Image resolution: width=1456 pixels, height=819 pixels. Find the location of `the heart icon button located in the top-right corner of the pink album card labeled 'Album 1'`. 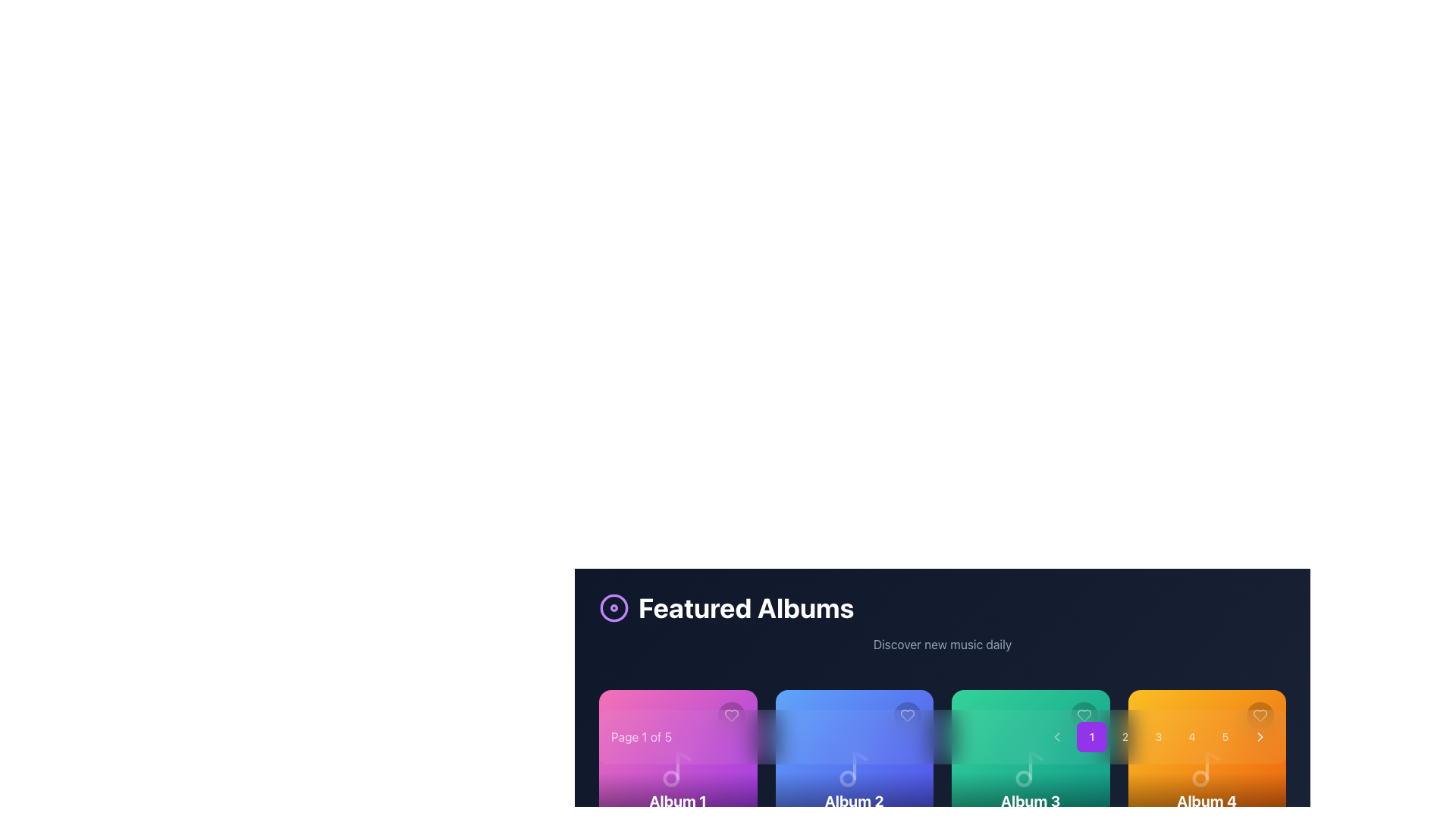

the heart icon button located in the top-right corner of the pink album card labeled 'Album 1' is located at coordinates (731, 716).